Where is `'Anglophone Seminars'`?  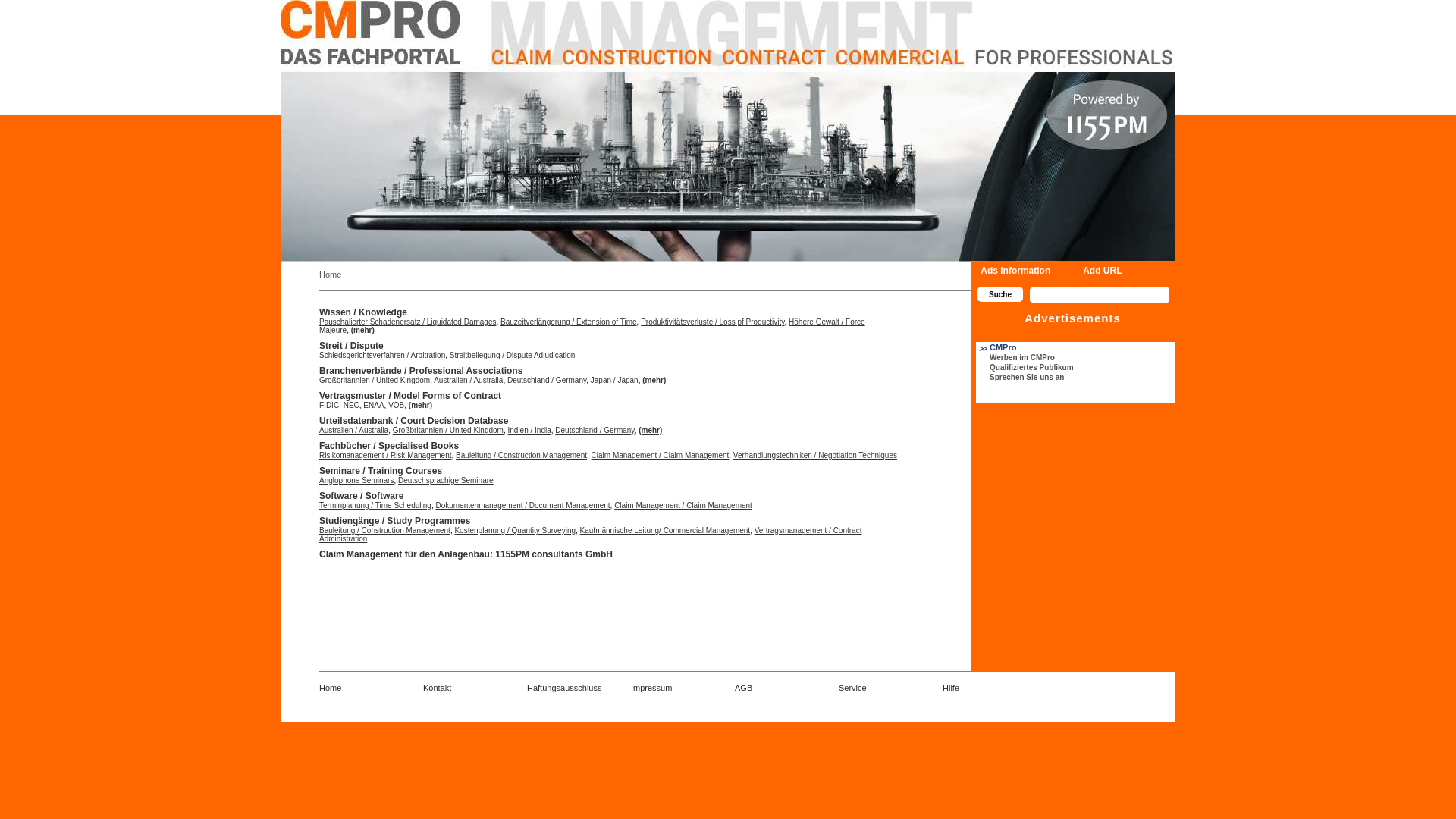
'Anglophone Seminars' is located at coordinates (356, 480).